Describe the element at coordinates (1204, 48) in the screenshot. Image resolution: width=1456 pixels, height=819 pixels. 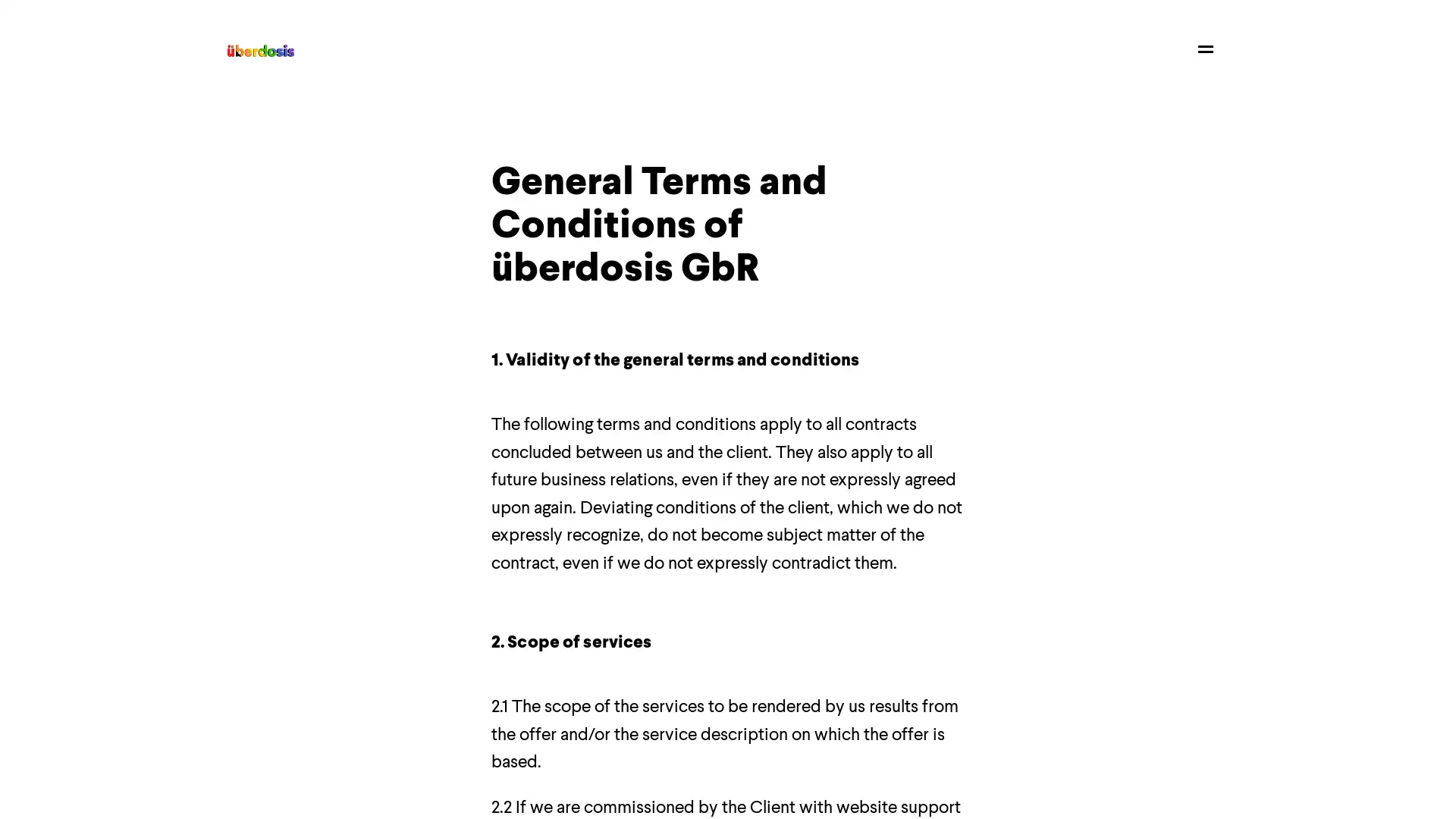
I see `Open menu` at that location.